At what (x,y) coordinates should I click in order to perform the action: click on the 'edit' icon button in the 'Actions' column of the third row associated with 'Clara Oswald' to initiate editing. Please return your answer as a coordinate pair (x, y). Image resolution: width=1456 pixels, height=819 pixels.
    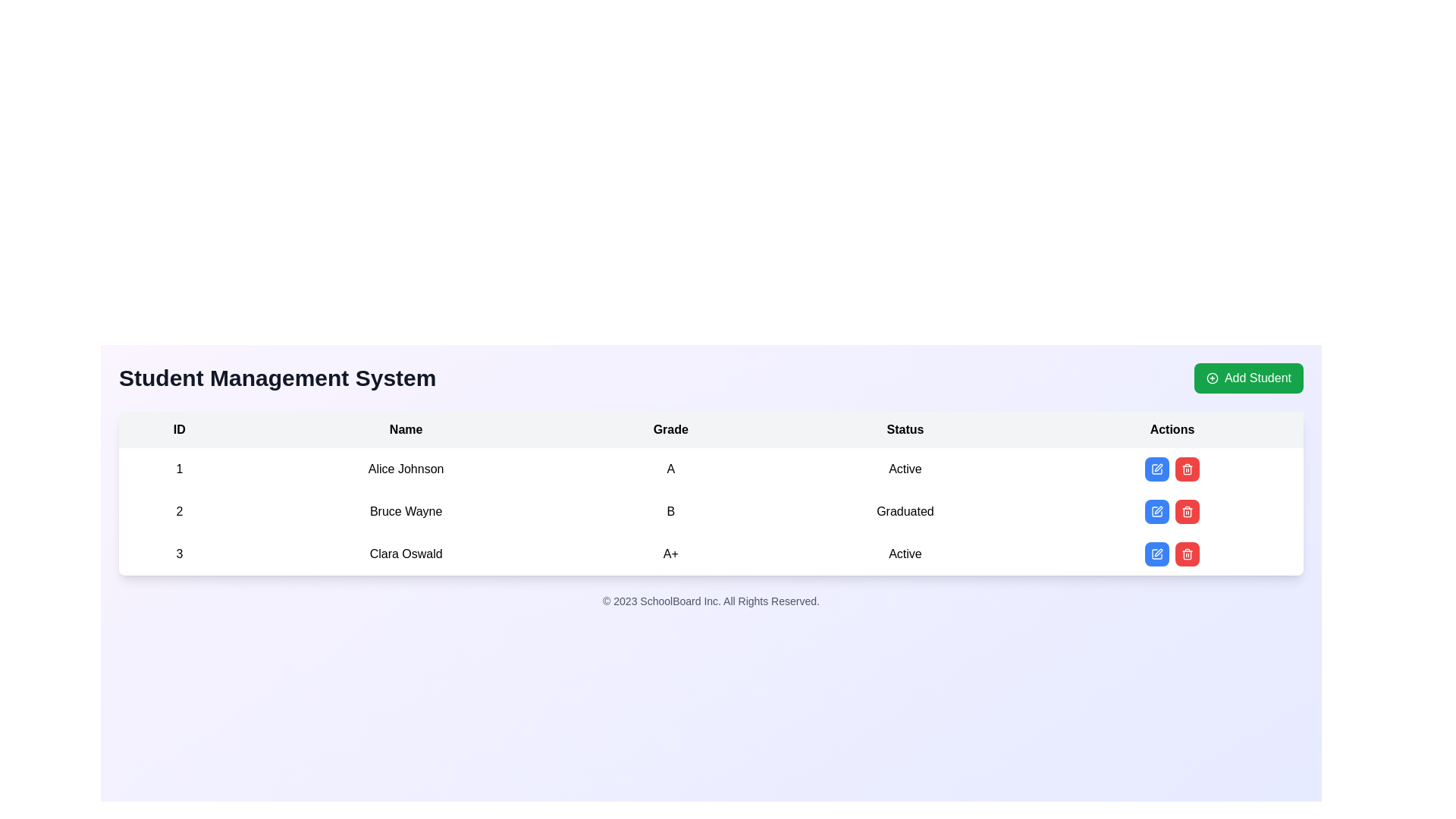
    Looking at the image, I should click on (1156, 468).